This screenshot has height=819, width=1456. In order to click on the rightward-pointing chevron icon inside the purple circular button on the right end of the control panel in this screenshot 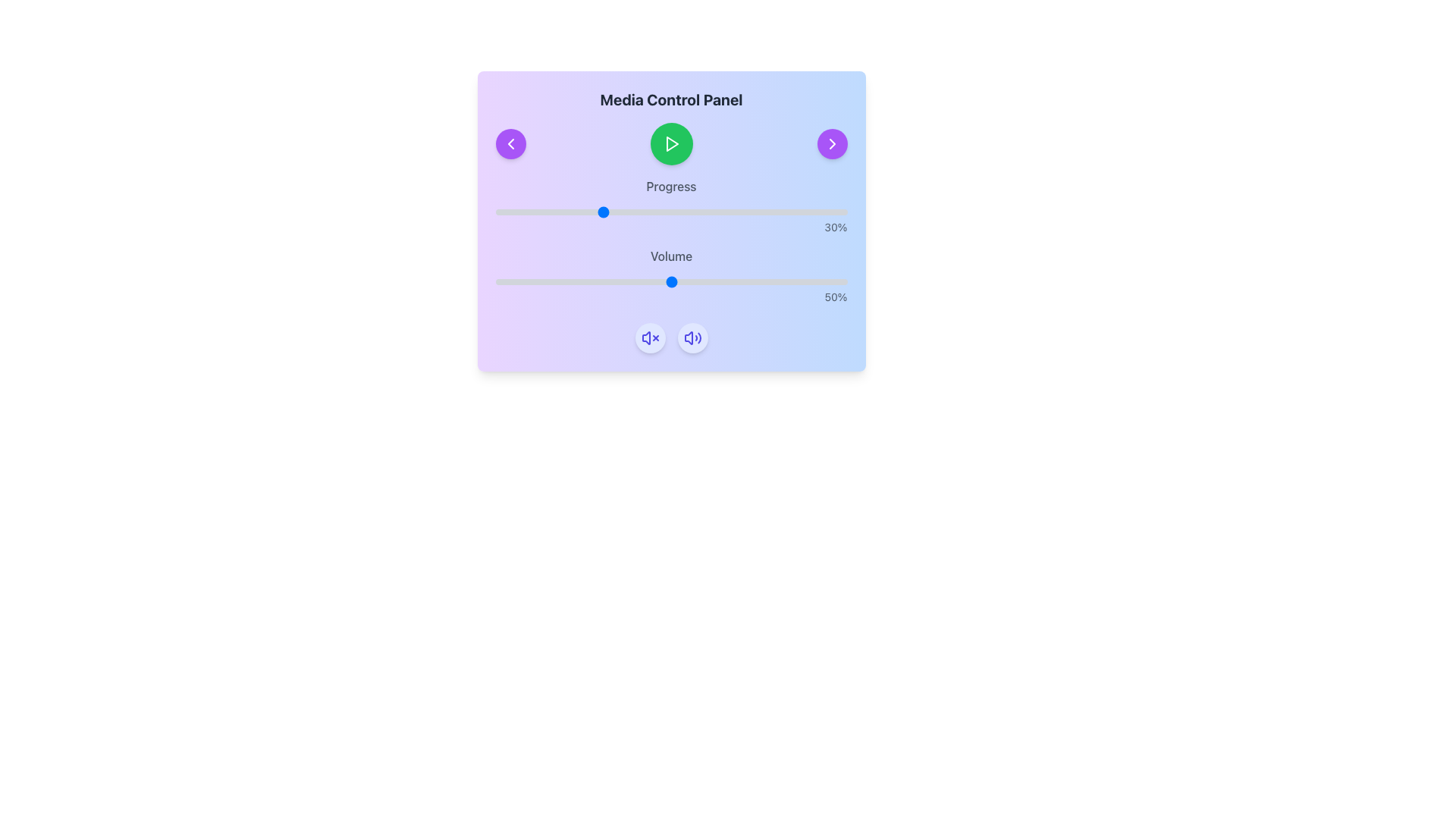, I will do `click(831, 143)`.